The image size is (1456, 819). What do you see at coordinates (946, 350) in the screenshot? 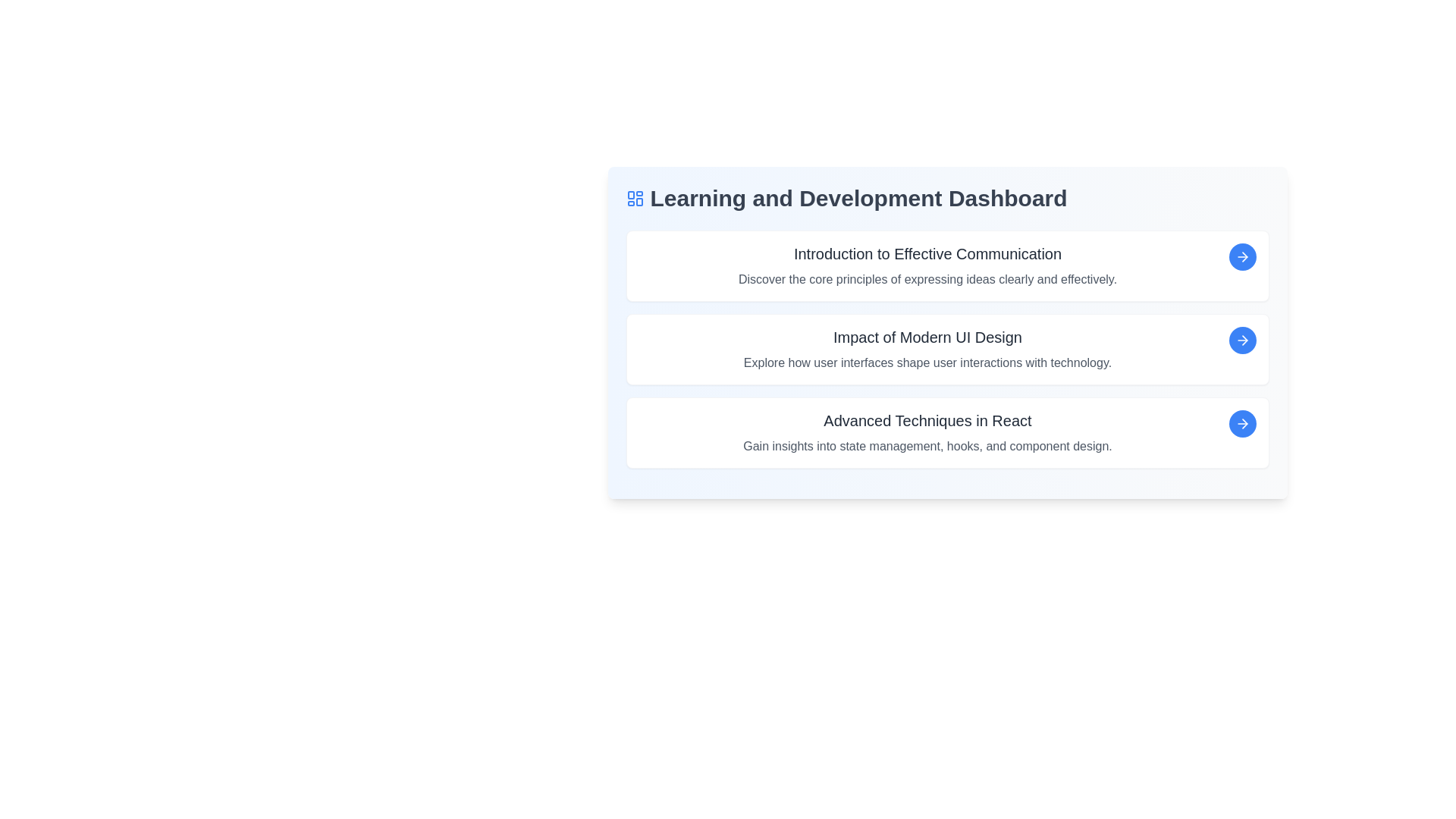
I see `the section containing the title 'Impact of Modern UI Design' and its description text, which is visually separated by light borders and a slight shadow` at bounding box center [946, 350].